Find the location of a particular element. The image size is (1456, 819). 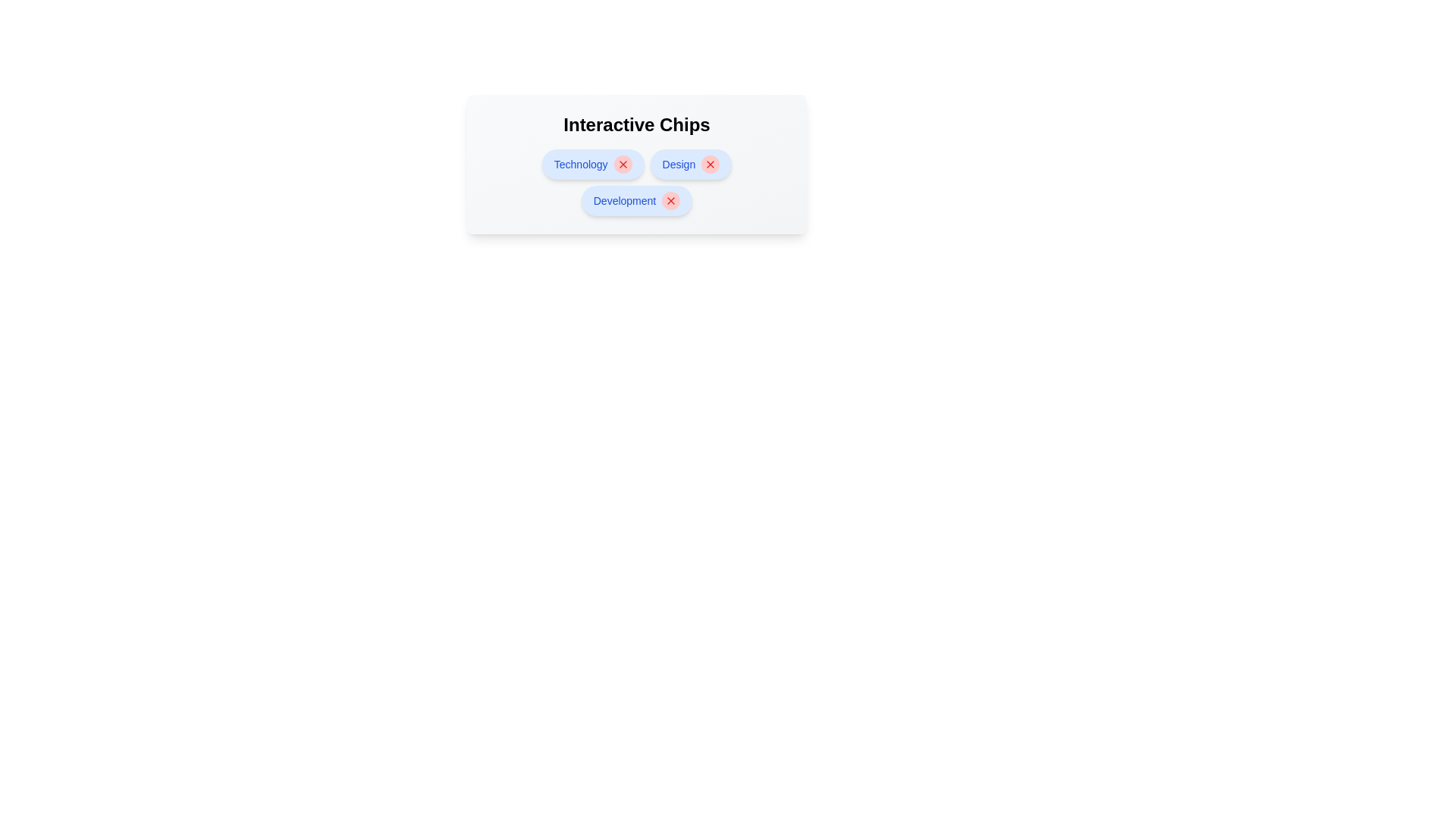

close button on the chip labeled Design to delete it is located at coordinates (710, 164).